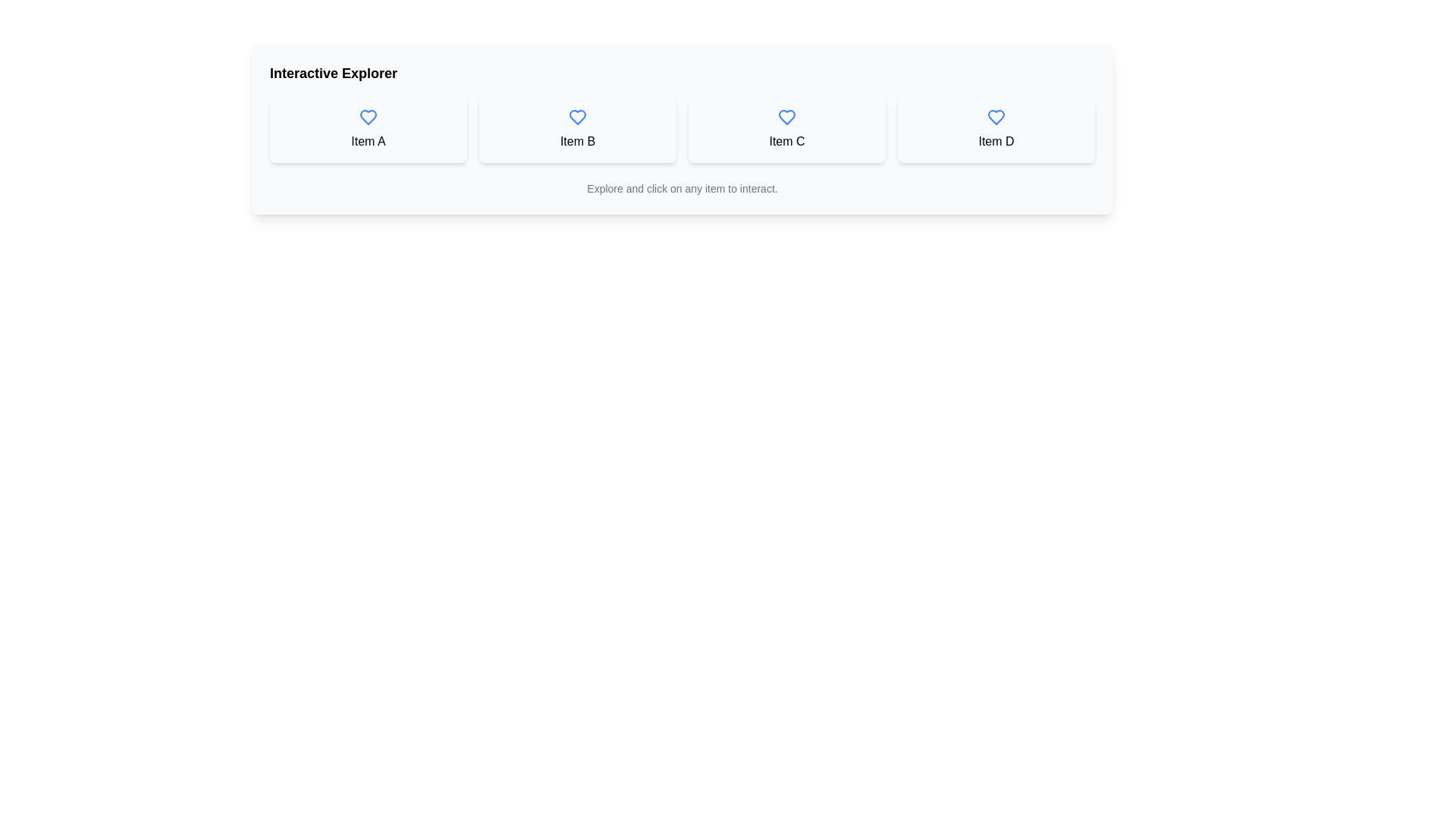  I want to click on the interactive card or button for 'Item B', which is the second card in a row of four, positioned centrally between 'Item A' and 'Item C', to interact with its functionality, so click(577, 128).